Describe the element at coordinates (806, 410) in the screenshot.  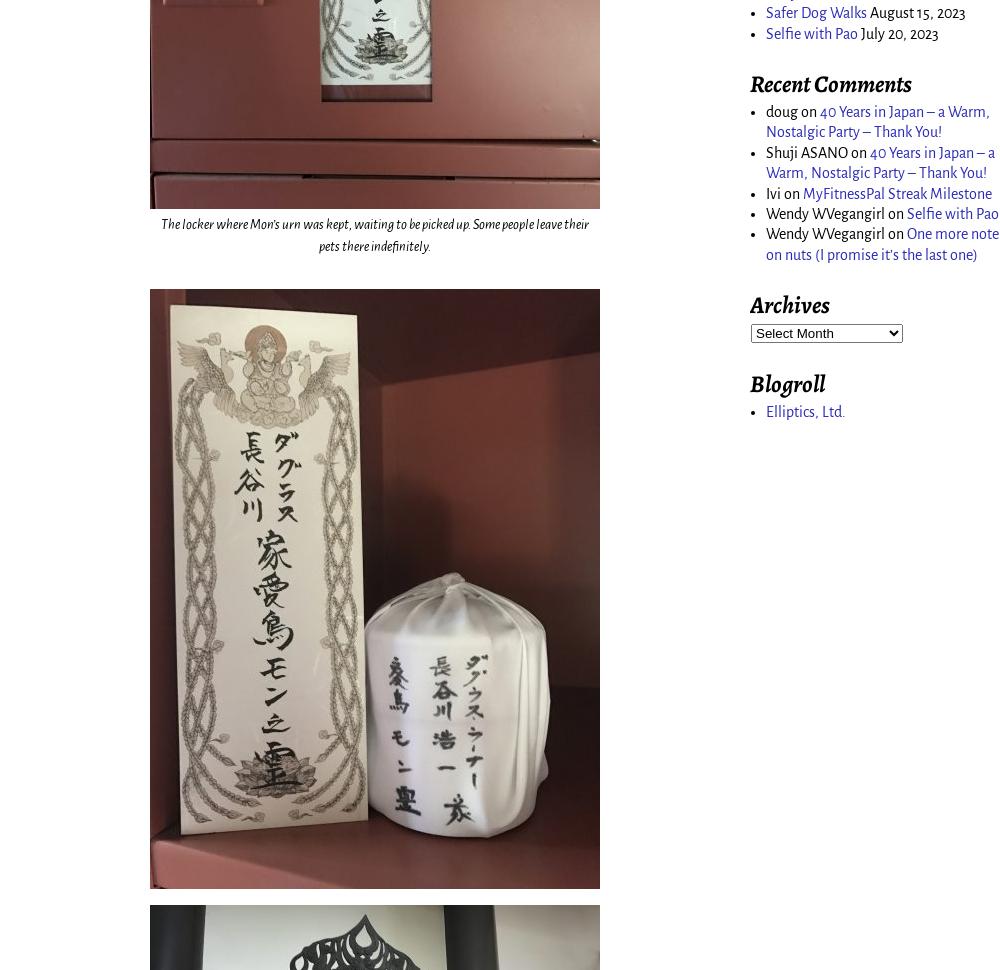
I see `'Elliptics, Ltd.'` at that location.